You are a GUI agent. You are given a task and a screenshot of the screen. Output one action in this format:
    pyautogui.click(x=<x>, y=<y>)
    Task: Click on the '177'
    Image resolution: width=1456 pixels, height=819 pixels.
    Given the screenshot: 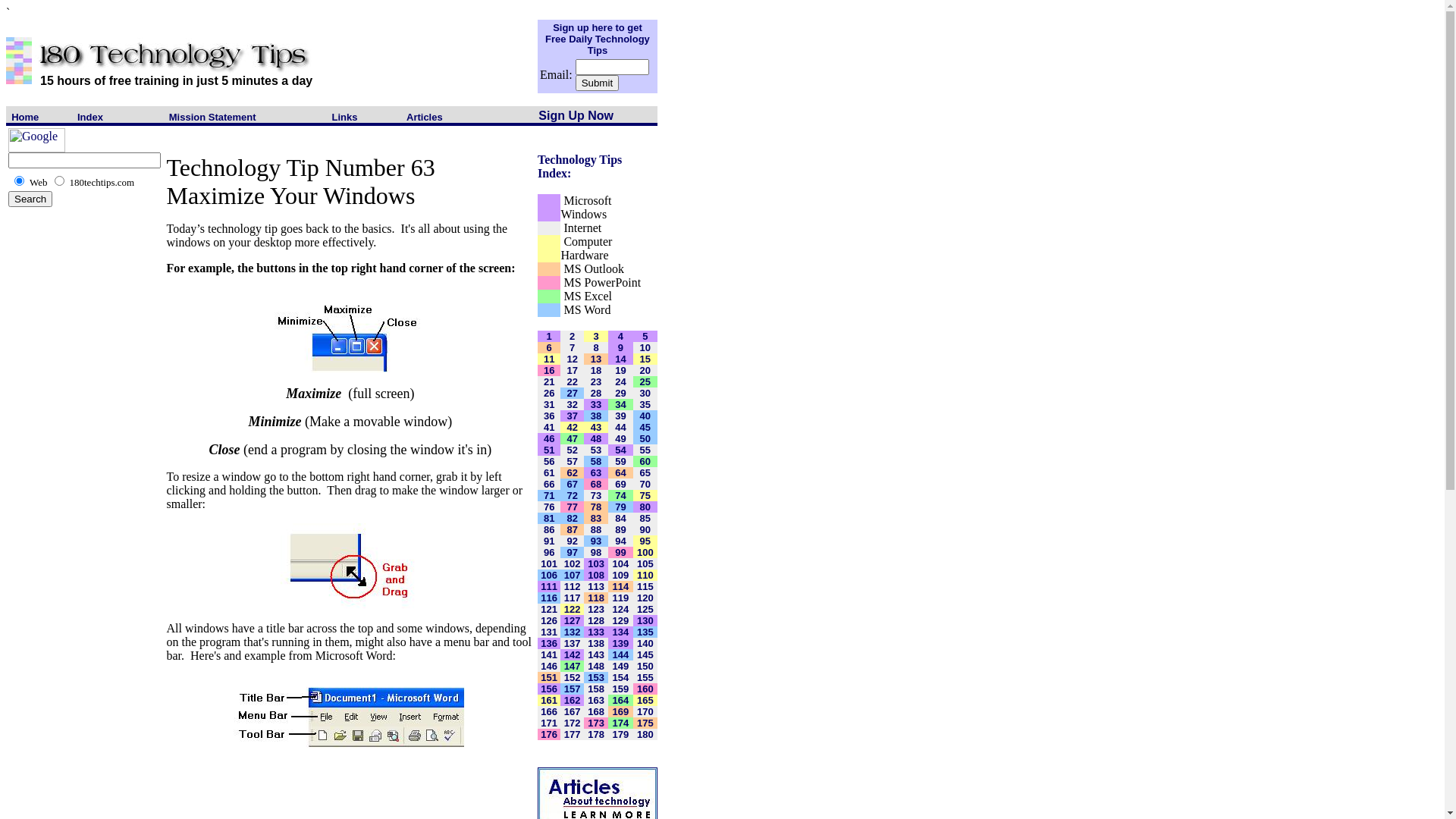 What is the action you would take?
    pyautogui.click(x=571, y=733)
    